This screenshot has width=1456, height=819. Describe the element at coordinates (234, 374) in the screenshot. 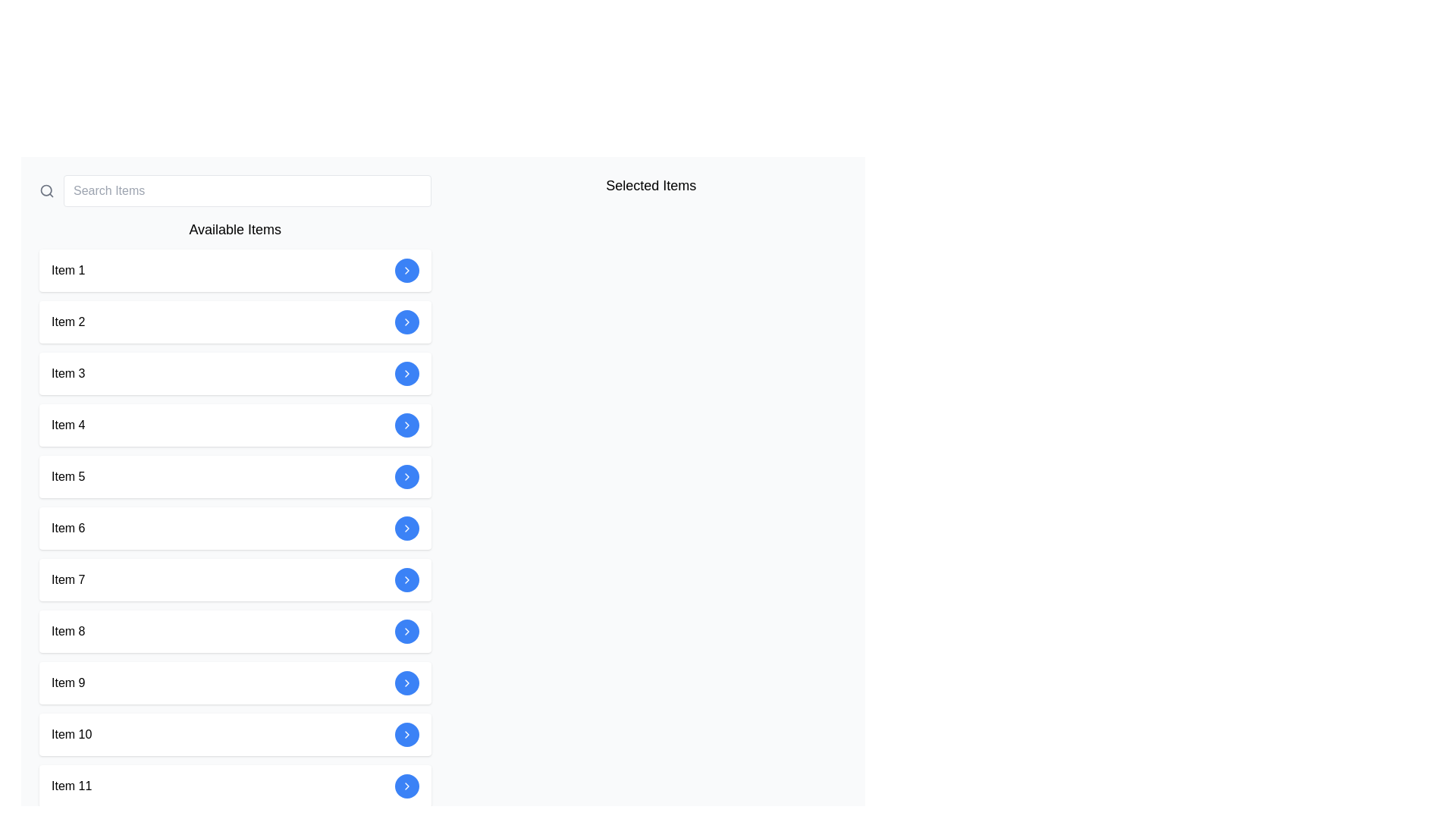

I see `the third selectable item in the menu or list, located between 'Item 2' and 'Item 4'` at that location.